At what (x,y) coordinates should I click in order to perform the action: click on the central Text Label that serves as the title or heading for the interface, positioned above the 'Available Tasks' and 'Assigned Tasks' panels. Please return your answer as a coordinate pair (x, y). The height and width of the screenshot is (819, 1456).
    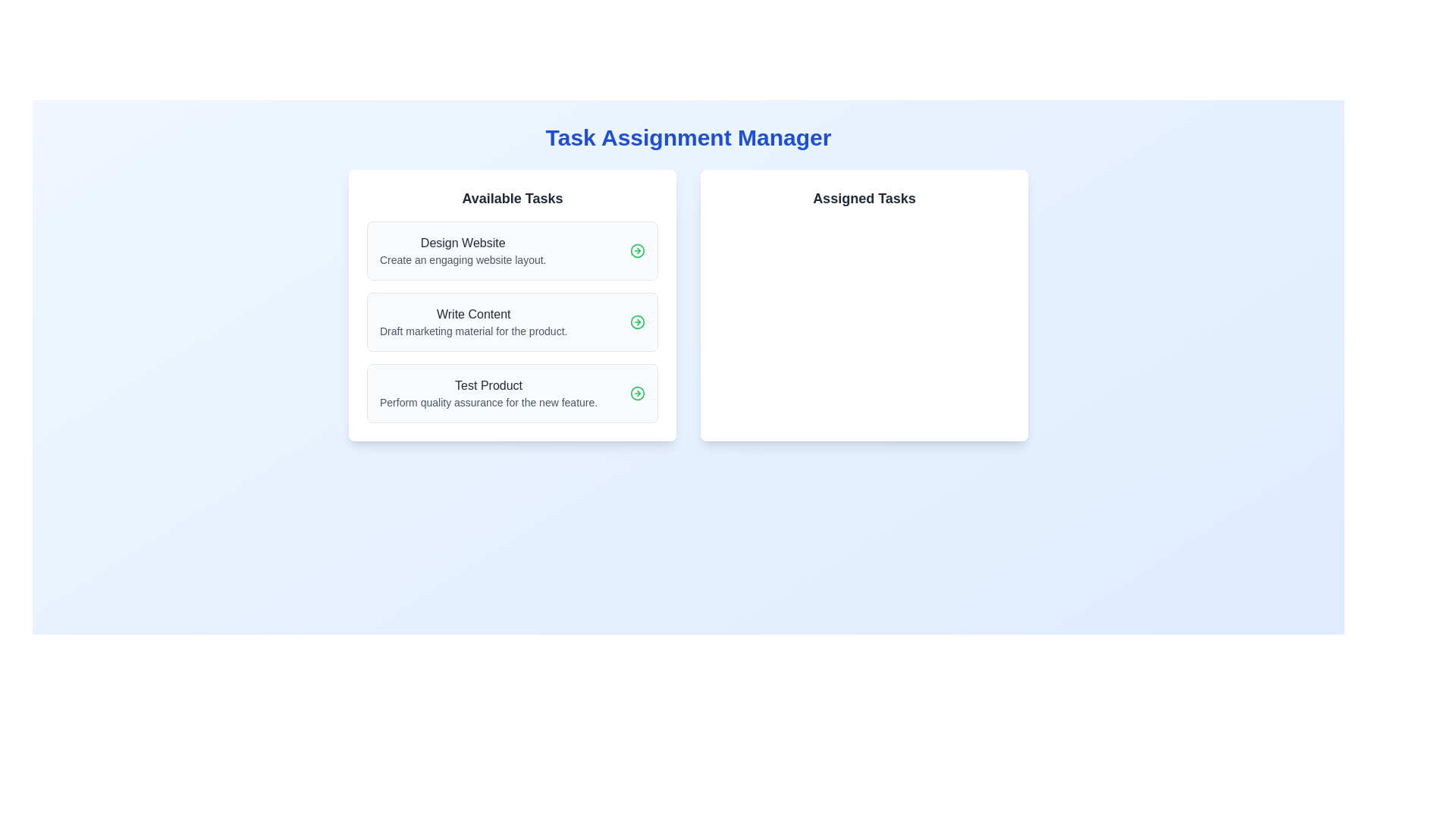
    Looking at the image, I should click on (687, 137).